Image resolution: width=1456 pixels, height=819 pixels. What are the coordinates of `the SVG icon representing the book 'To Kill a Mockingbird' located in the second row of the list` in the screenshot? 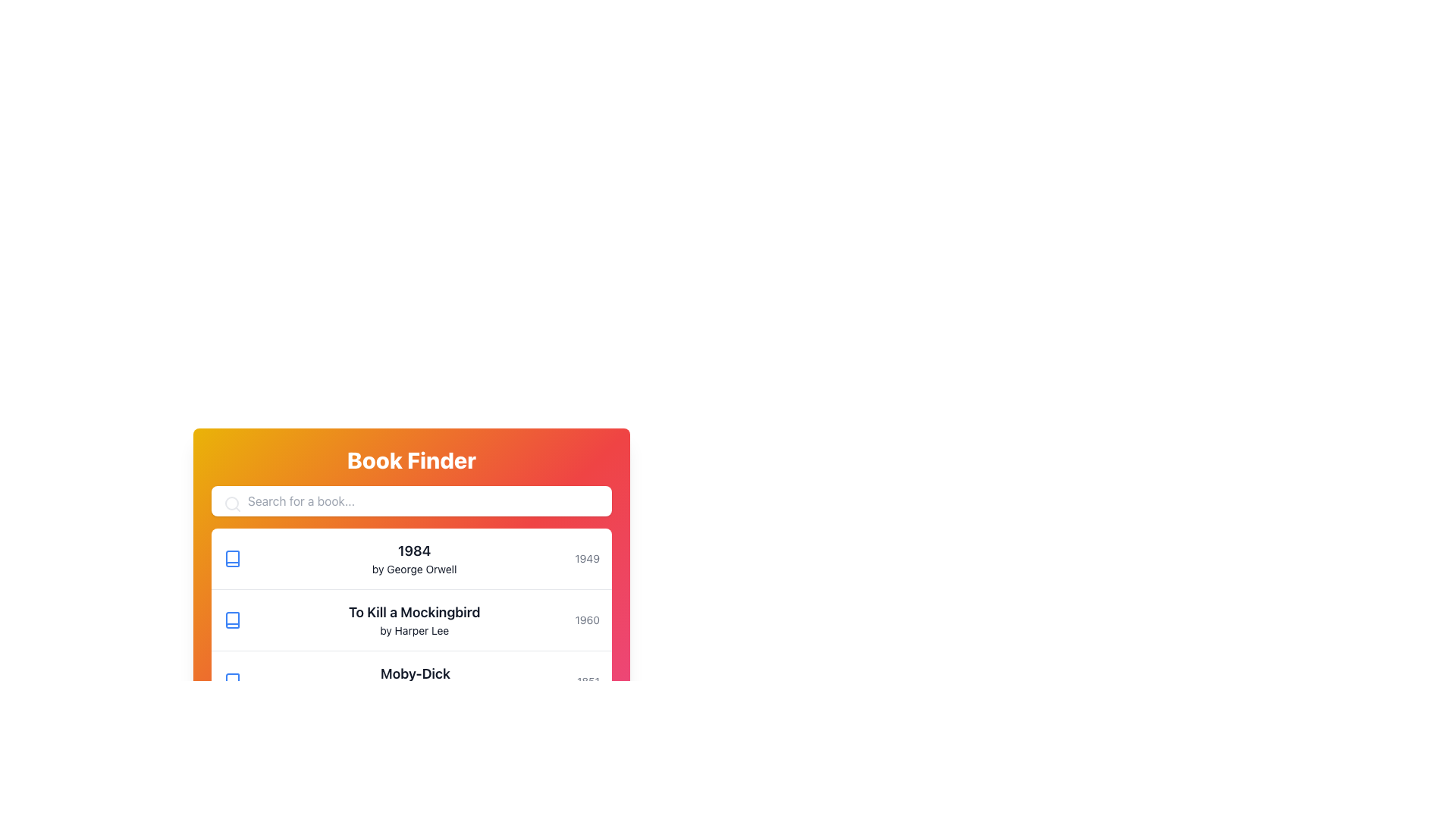 It's located at (232, 620).